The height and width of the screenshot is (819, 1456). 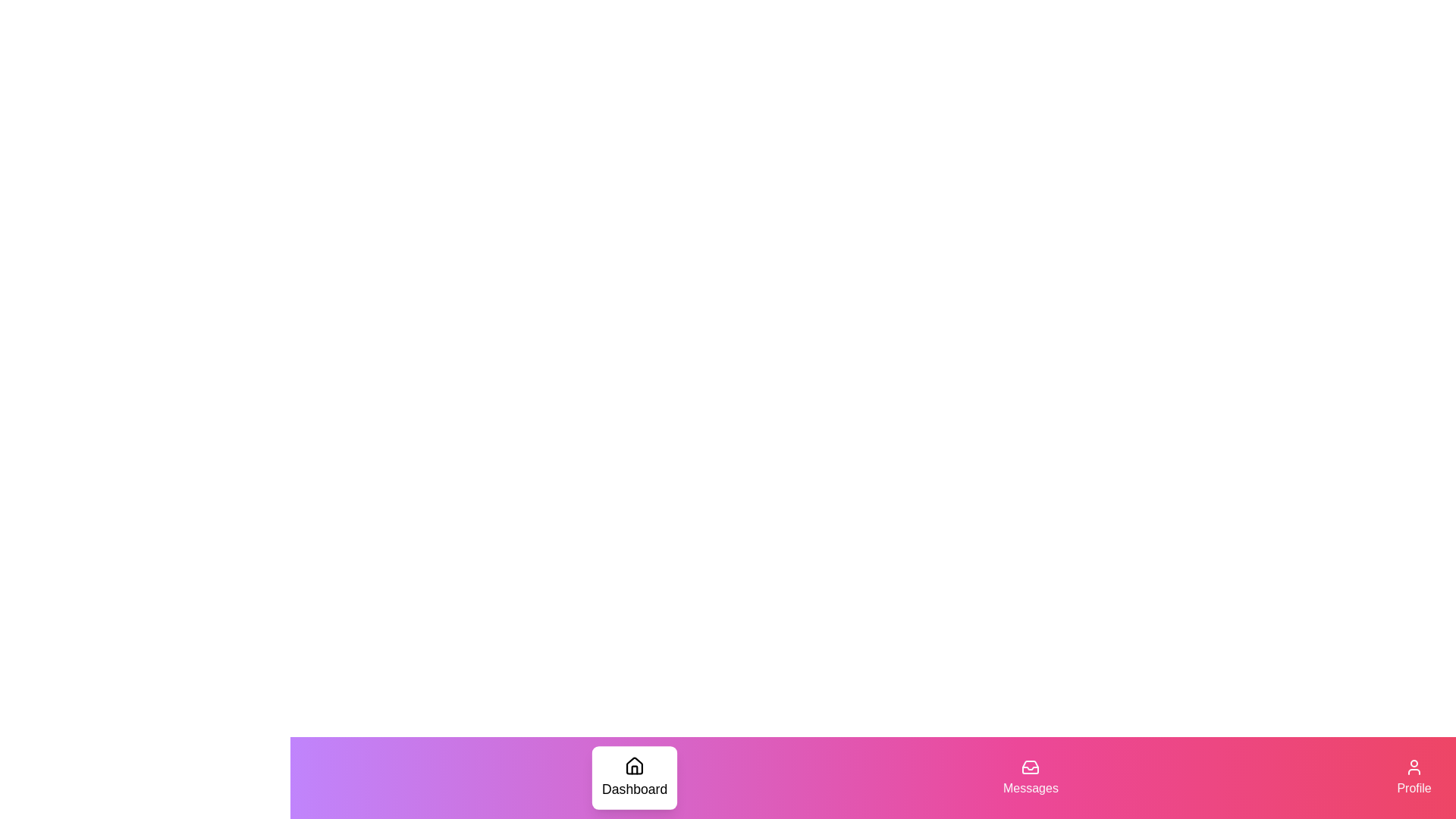 I want to click on the tab labeled Messages in the bottom navigation bar, so click(x=1031, y=778).